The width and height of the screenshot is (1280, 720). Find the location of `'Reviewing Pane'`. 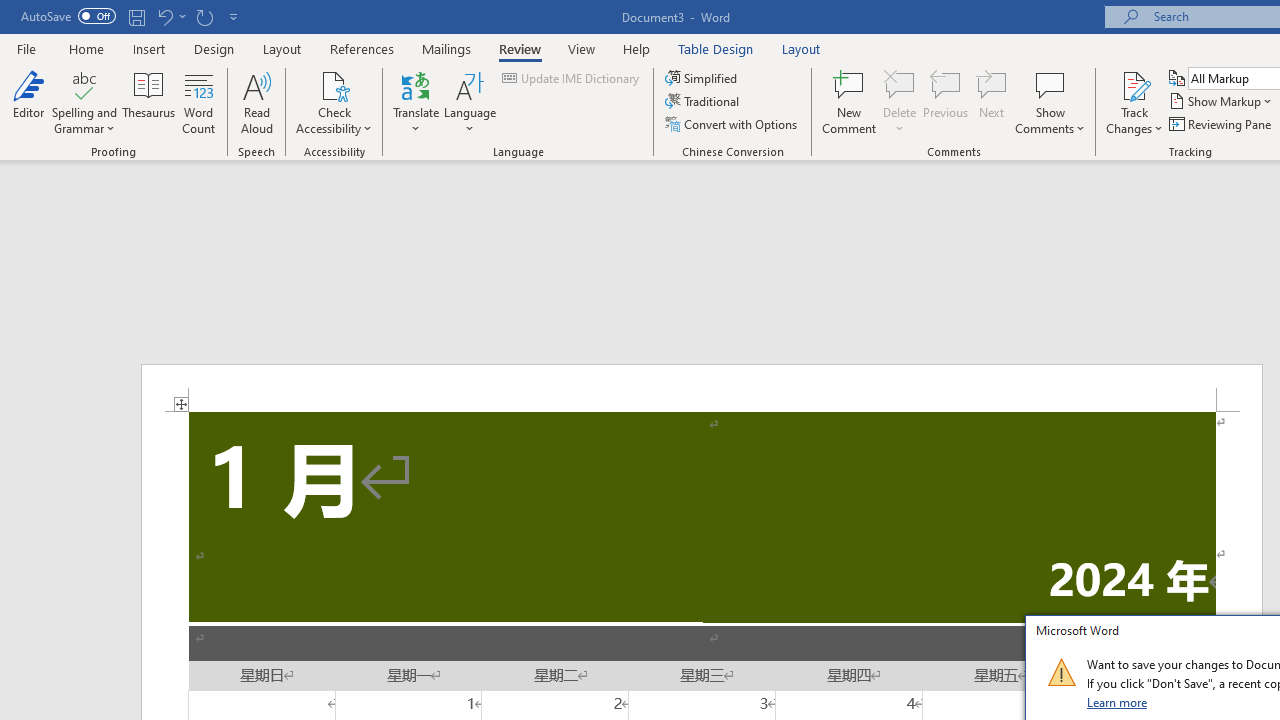

'Reviewing Pane' is located at coordinates (1220, 124).